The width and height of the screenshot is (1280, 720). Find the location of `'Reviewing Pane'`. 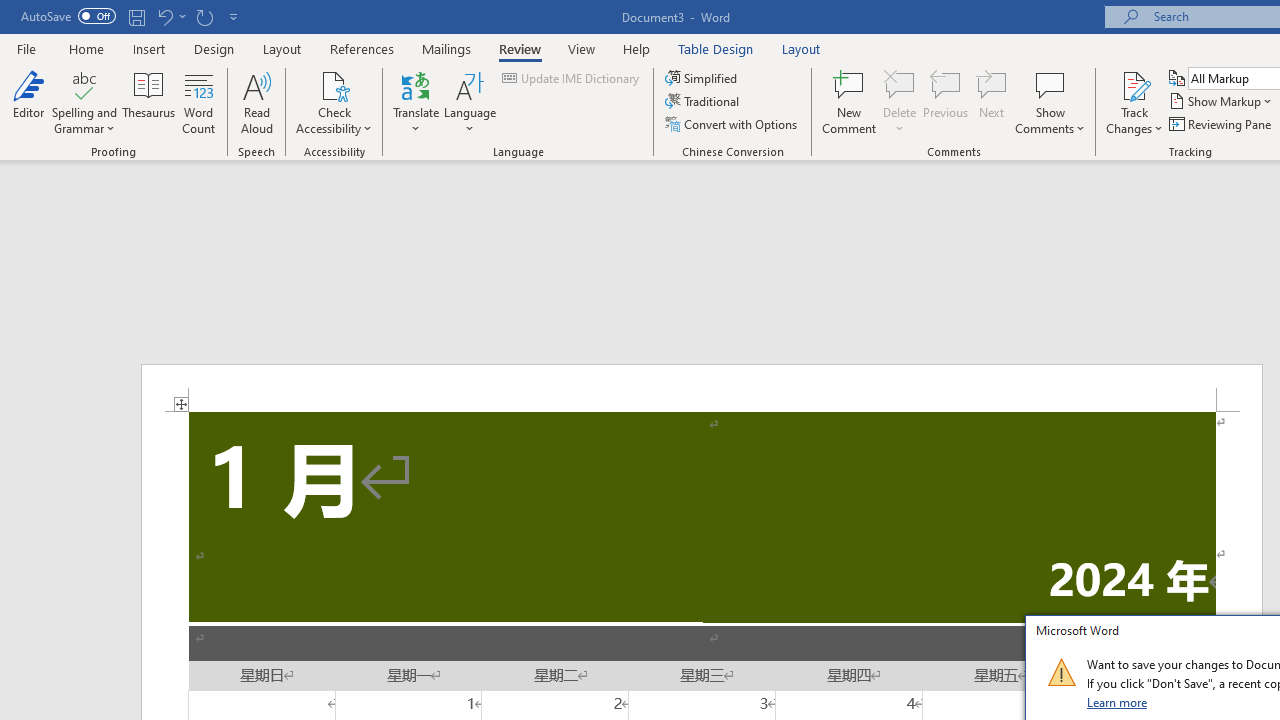

'Reviewing Pane' is located at coordinates (1220, 124).